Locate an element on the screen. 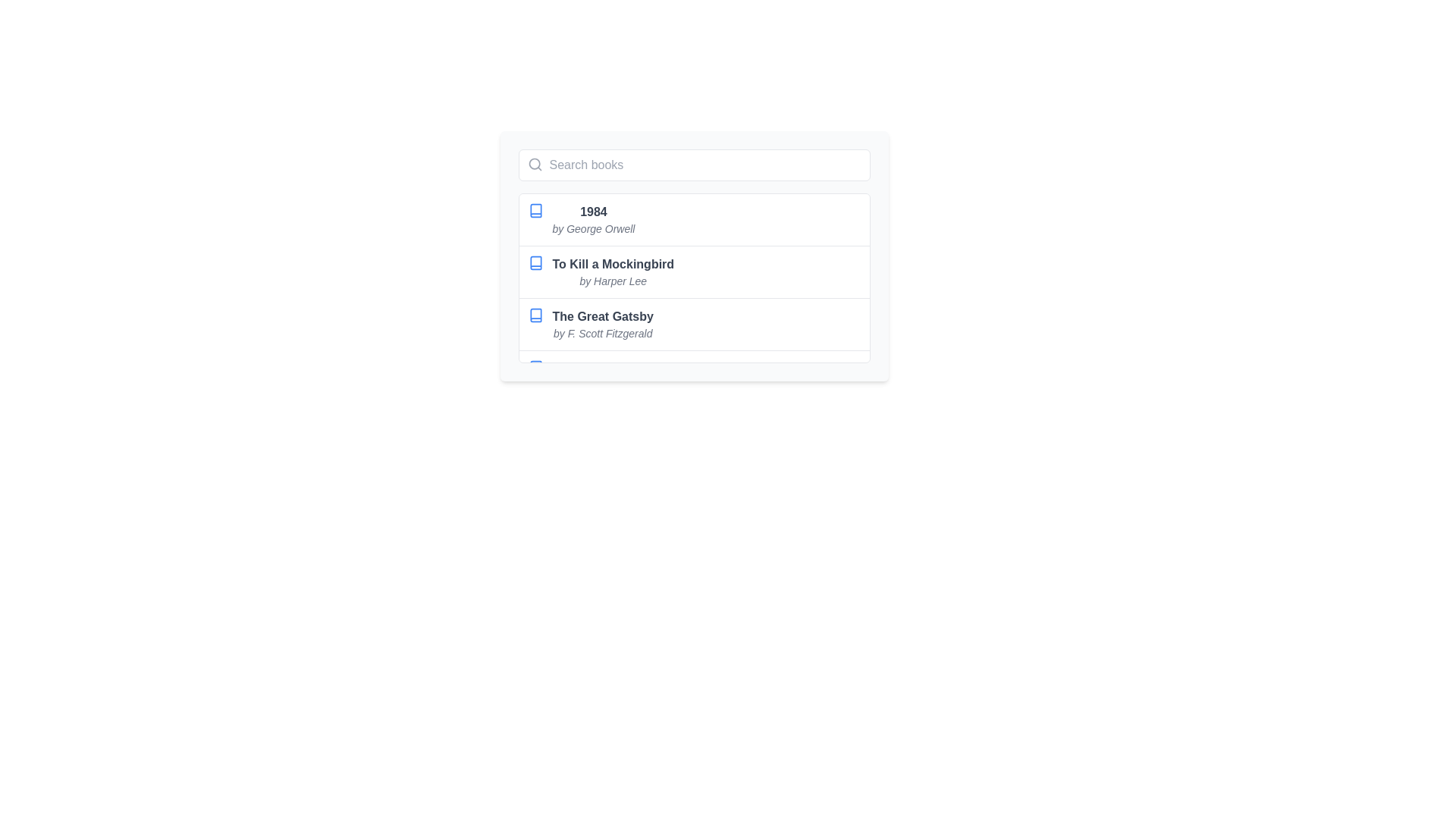  the text label displaying 'by F. Scott Fitzgerald' in gray italicized font, positioned directly below 'The Great Gatsby' in the structured list of book titles is located at coordinates (602, 332).